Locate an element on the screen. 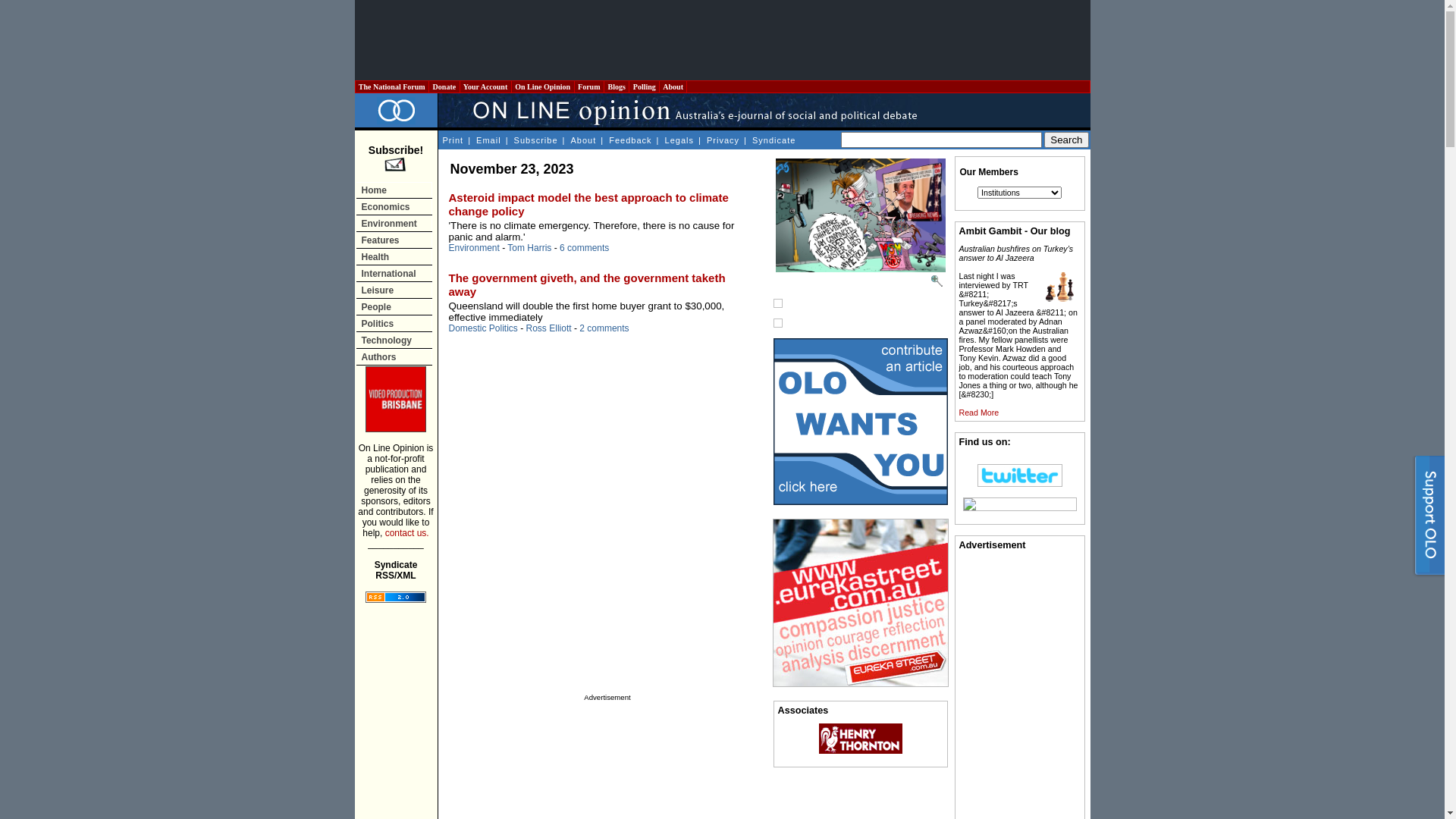 The width and height of the screenshot is (1456, 819). ' About ' is located at coordinates (672, 86).